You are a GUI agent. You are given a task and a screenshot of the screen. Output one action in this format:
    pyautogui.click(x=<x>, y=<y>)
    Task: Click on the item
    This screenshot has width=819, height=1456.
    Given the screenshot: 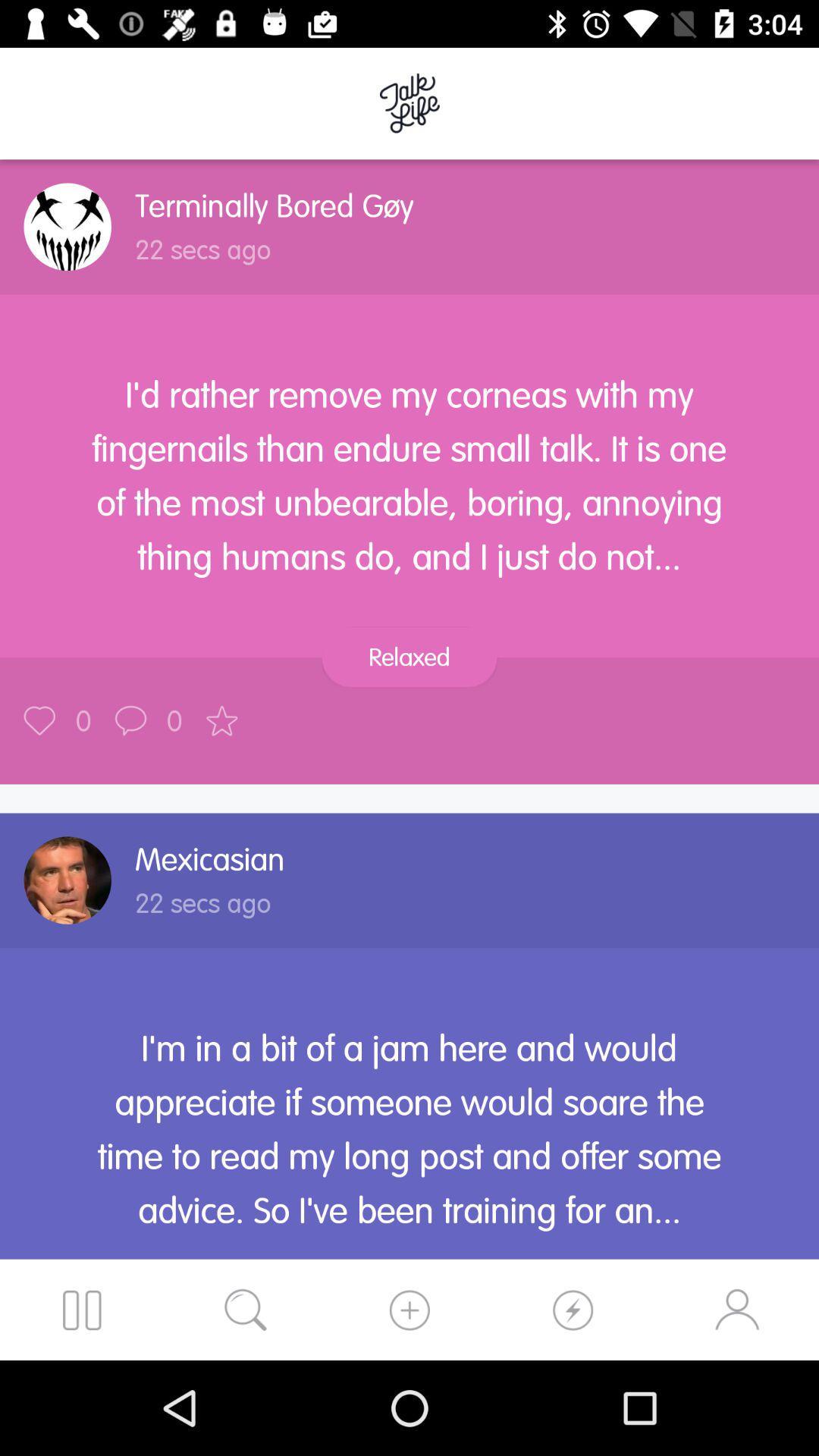 What is the action you would take?
    pyautogui.click(x=221, y=720)
    